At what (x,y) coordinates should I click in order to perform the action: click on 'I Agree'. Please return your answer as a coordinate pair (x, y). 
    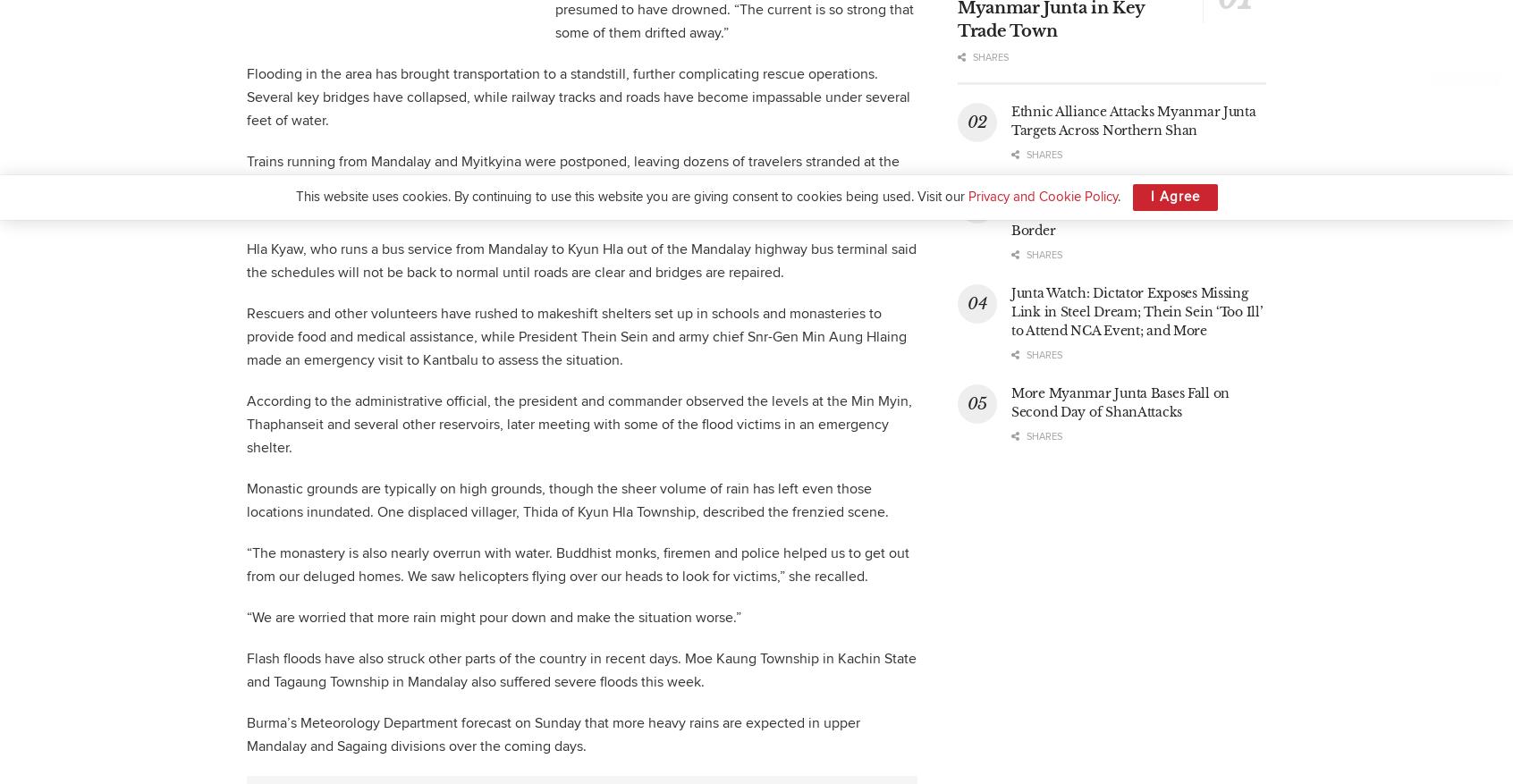
    Looking at the image, I should click on (1173, 196).